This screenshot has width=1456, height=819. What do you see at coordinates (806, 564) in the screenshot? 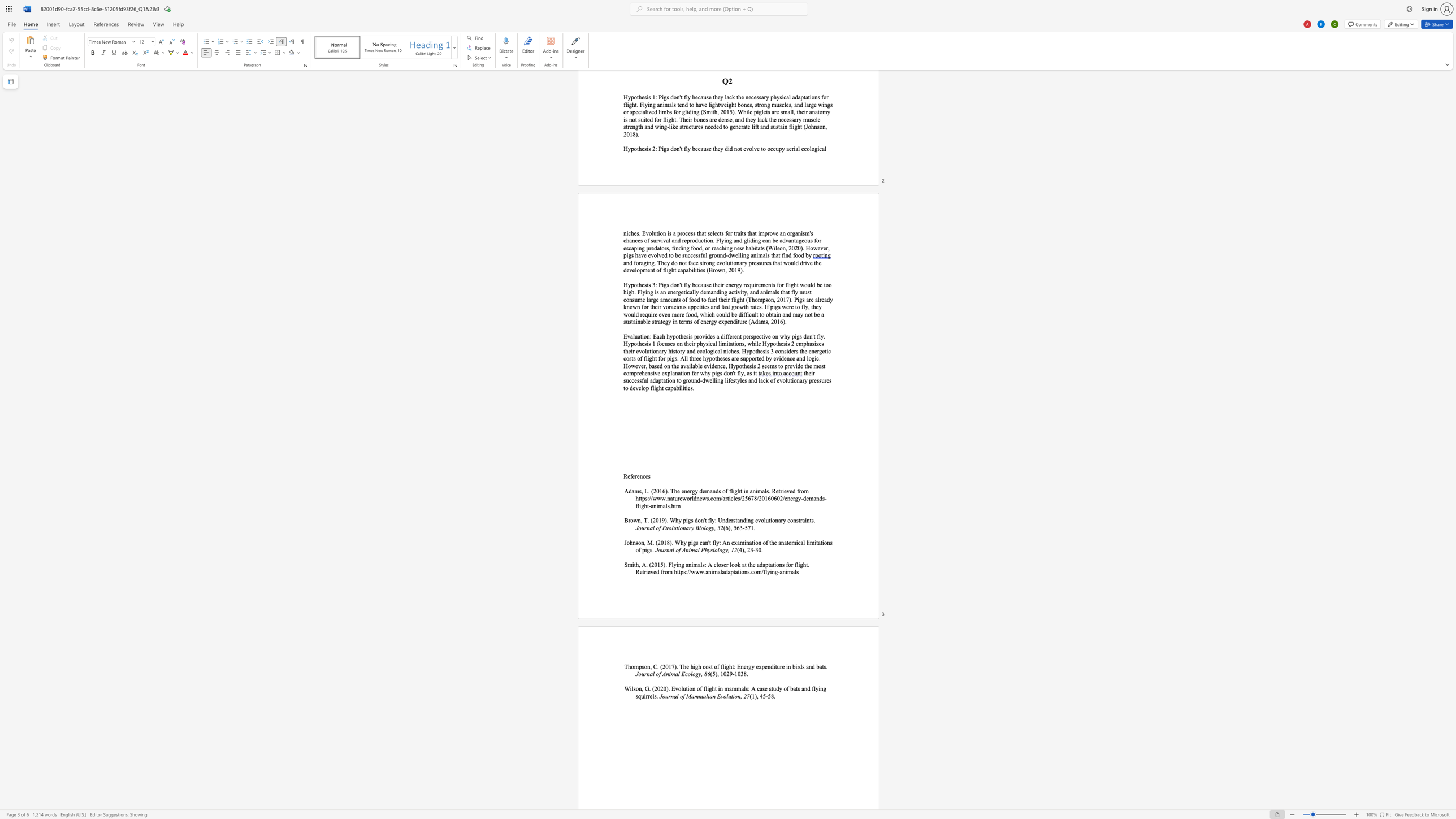
I see `the space between the continuous character "h" and "t" in the text` at bounding box center [806, 564].